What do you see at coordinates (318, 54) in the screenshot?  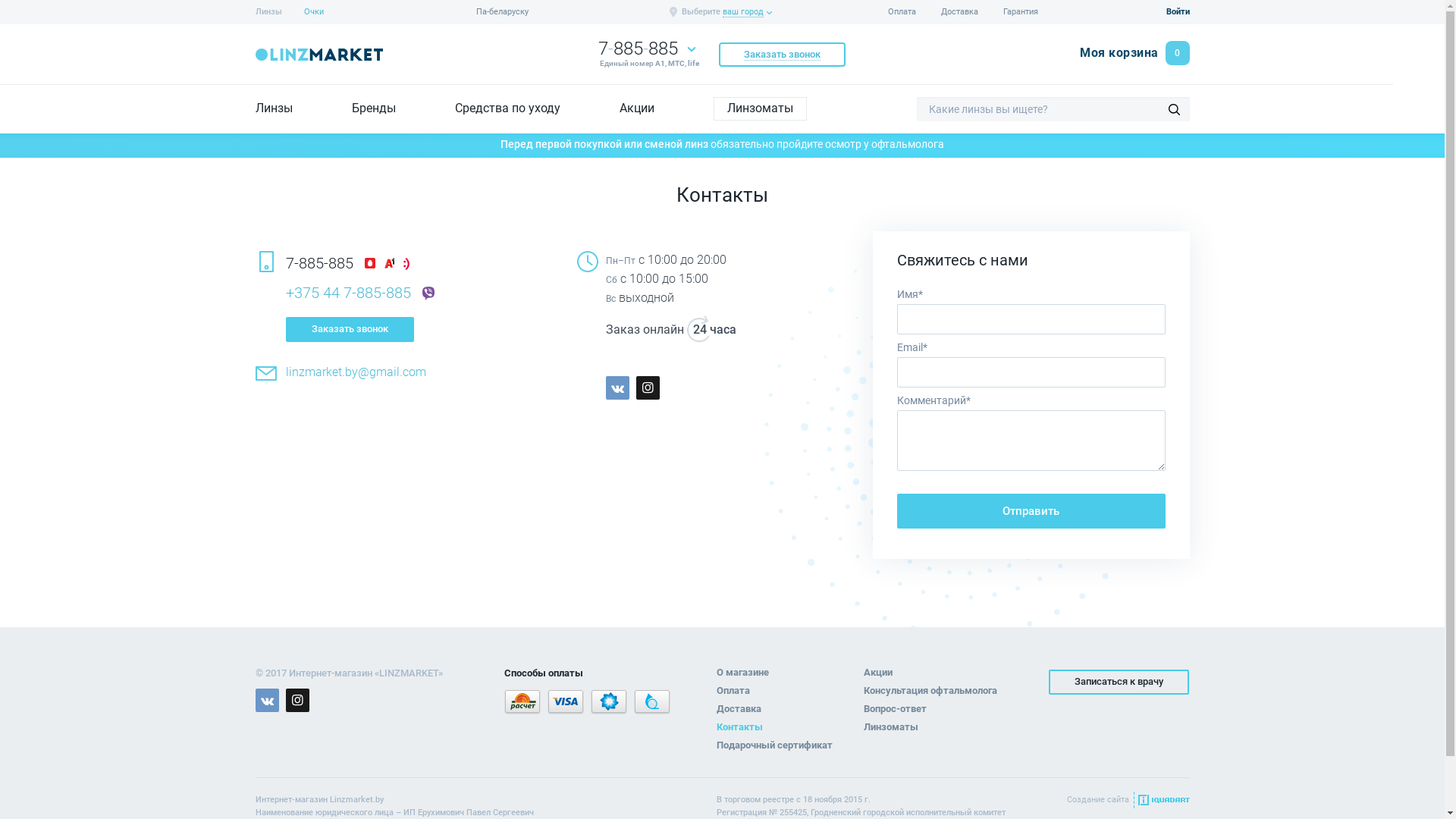 I see `'Linzmarket'` at bounding box center [318, 54].